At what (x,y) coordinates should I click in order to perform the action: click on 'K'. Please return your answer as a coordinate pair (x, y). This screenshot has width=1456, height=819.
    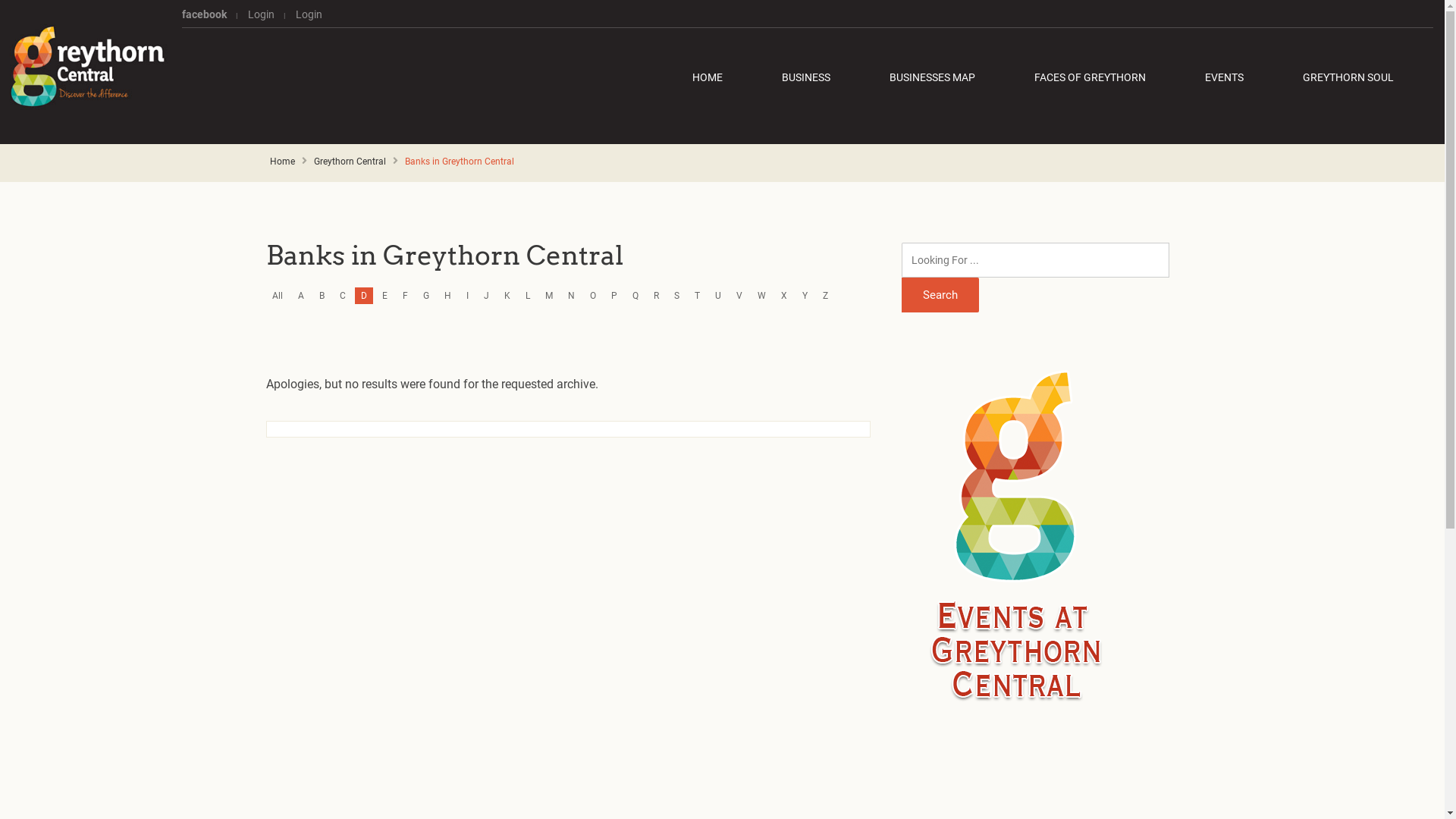
    Looking at the image, I should click on (507, 295).